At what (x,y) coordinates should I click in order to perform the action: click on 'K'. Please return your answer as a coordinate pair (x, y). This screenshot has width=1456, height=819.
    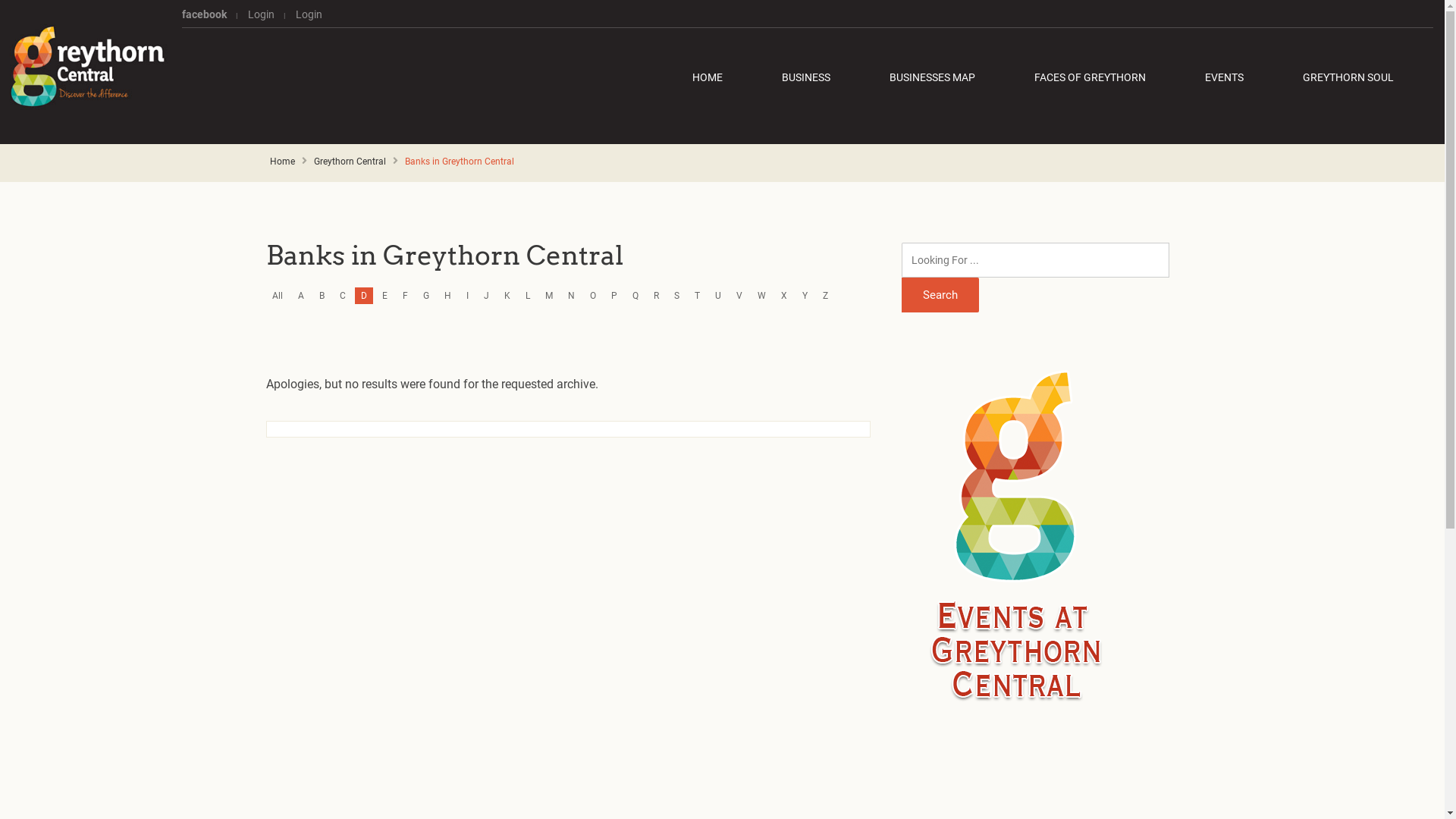
    Looking at the image, I should click on (507, 295).